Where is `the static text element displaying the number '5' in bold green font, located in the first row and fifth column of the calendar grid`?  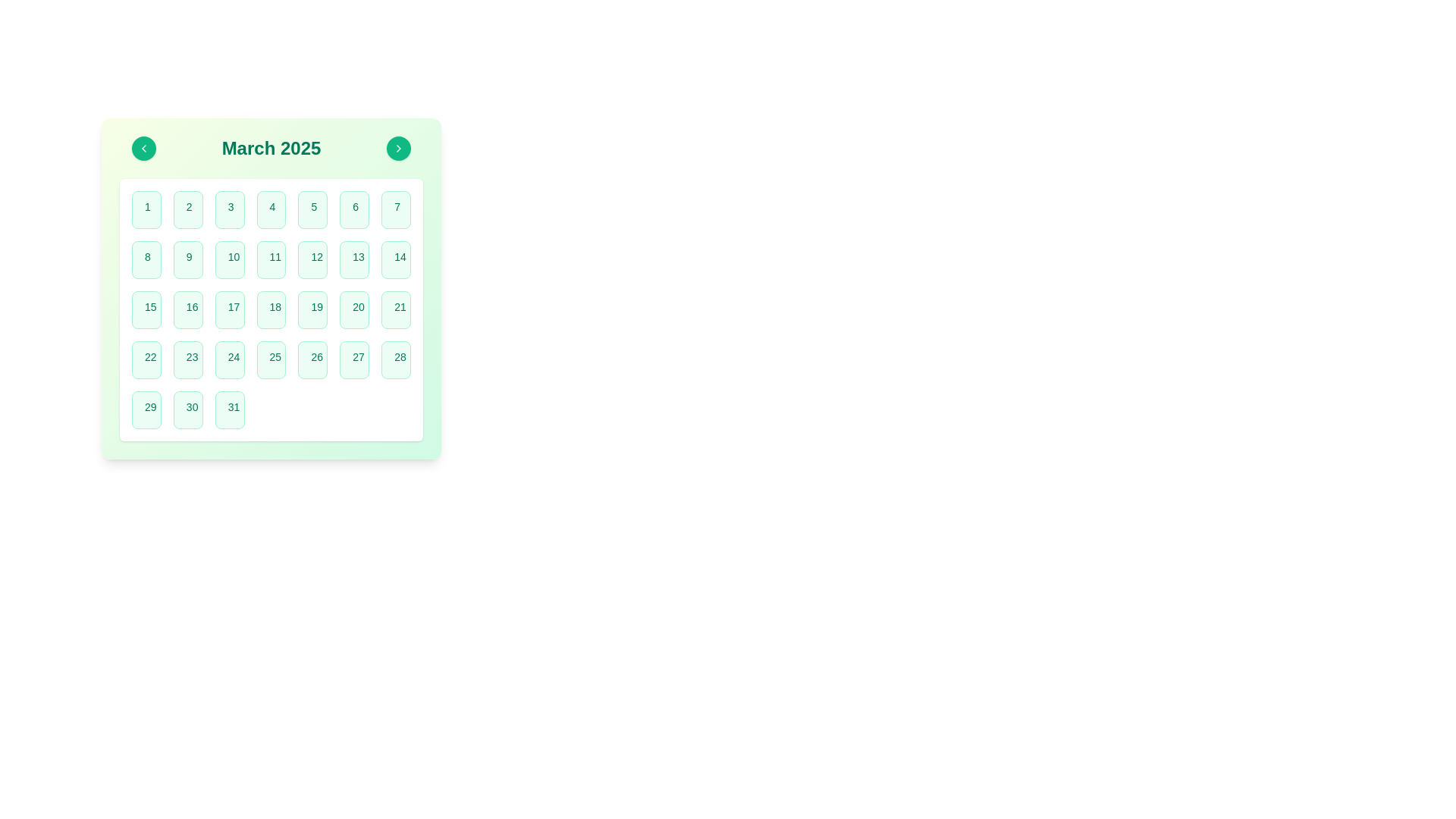 the static text element displaying the number '5' in bold green font, located in the first row and fifth column of the calendar grid is located at coordinates (313, 207).